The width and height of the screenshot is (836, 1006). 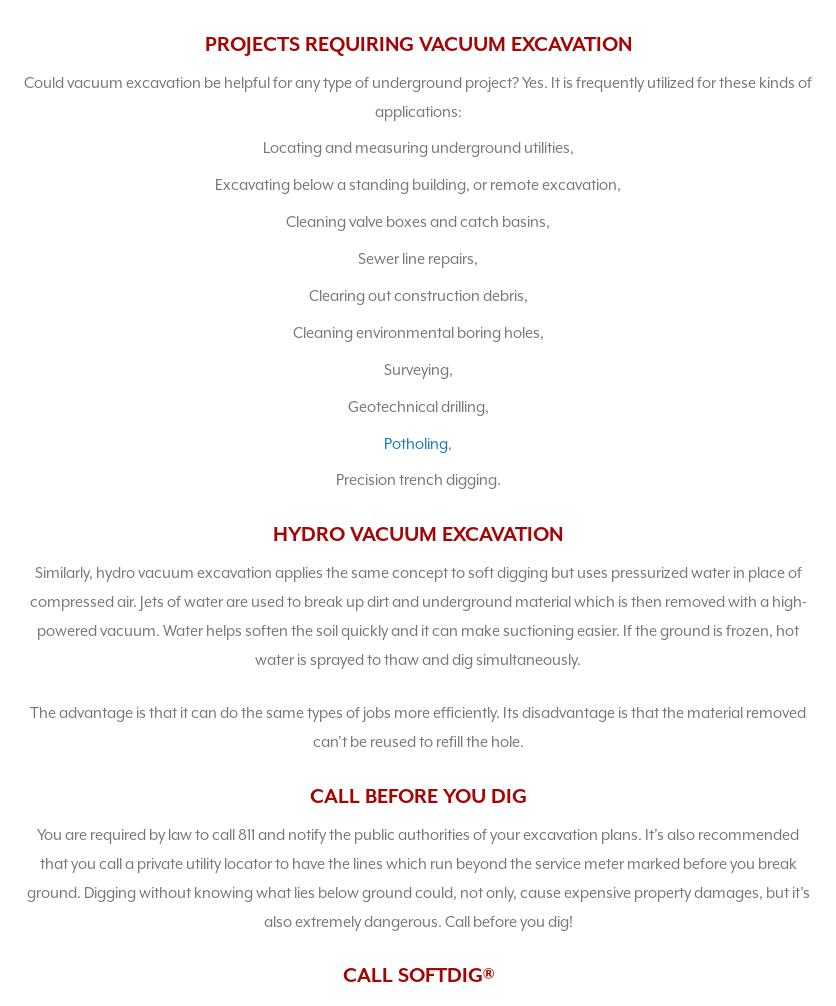 I want to click on 'Cleaning environmental boring holes,', so click(x=292, y=330).